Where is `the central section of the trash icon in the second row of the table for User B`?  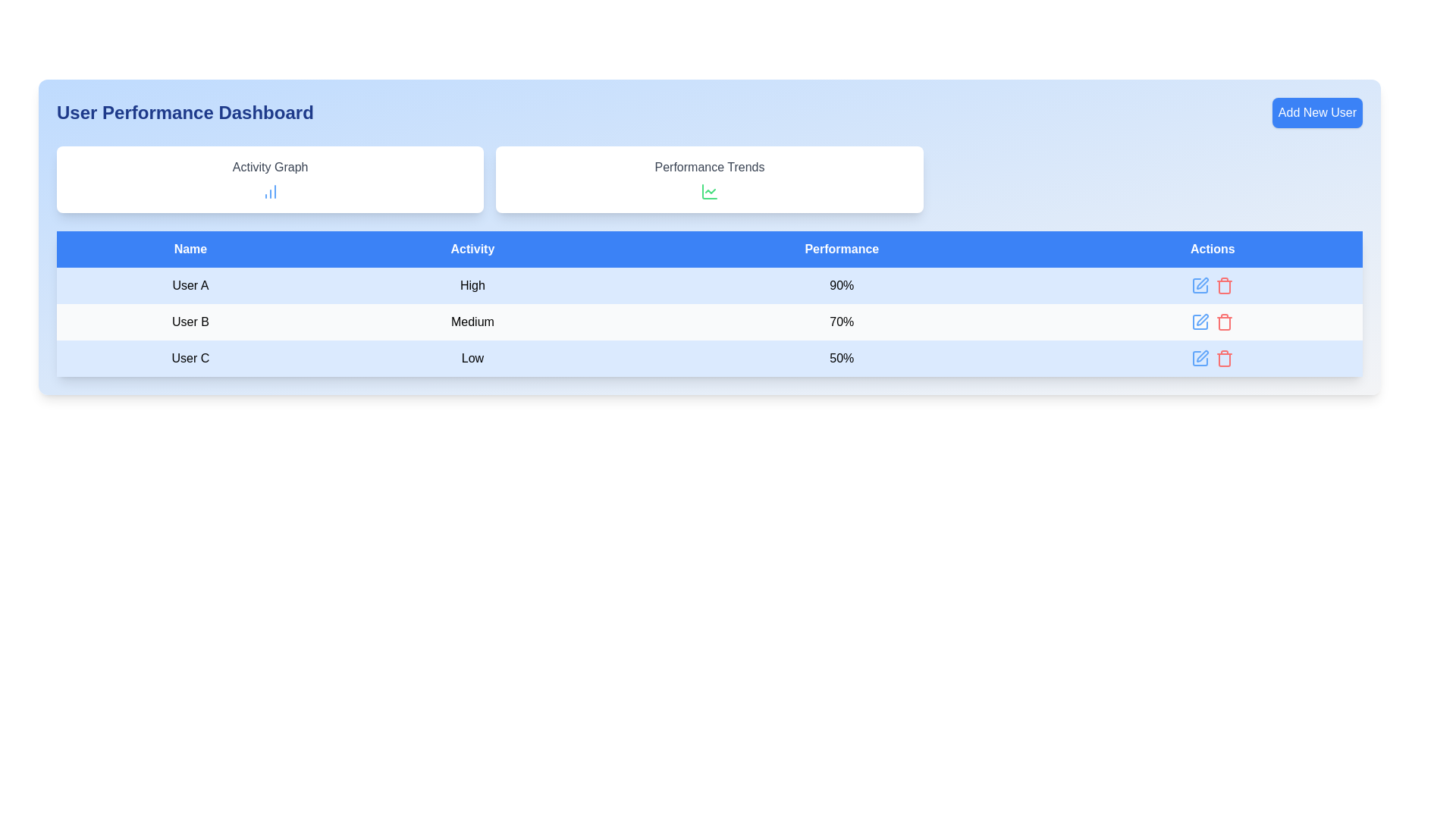
the central section of the trash icon in the second row of the table for User B is located at coordinates (1225, 287).